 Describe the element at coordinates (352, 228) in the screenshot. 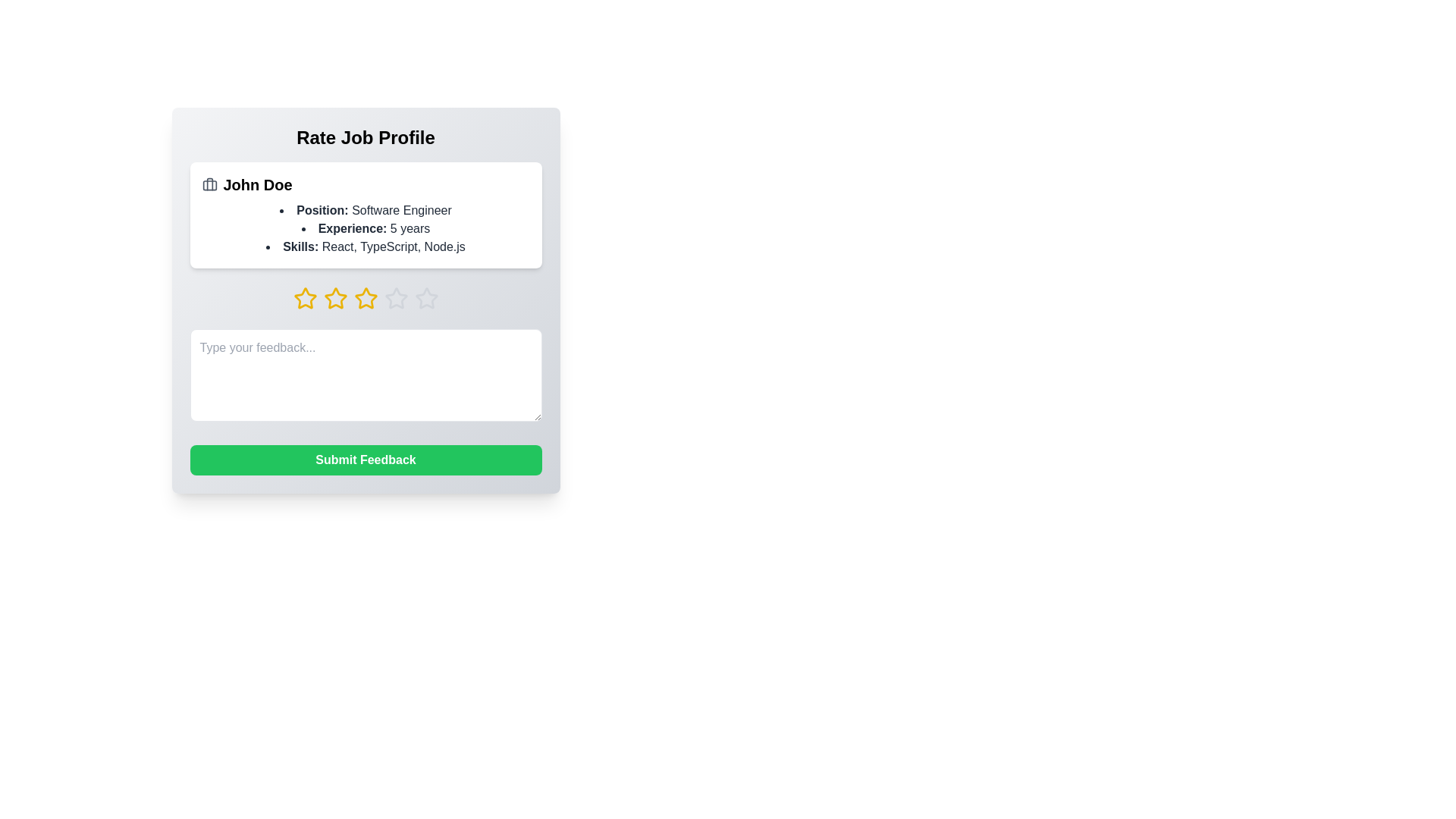

I see `the label that introduces the user's years of experience, located below the name 'John Doe' and centered within the larger card` at that location.